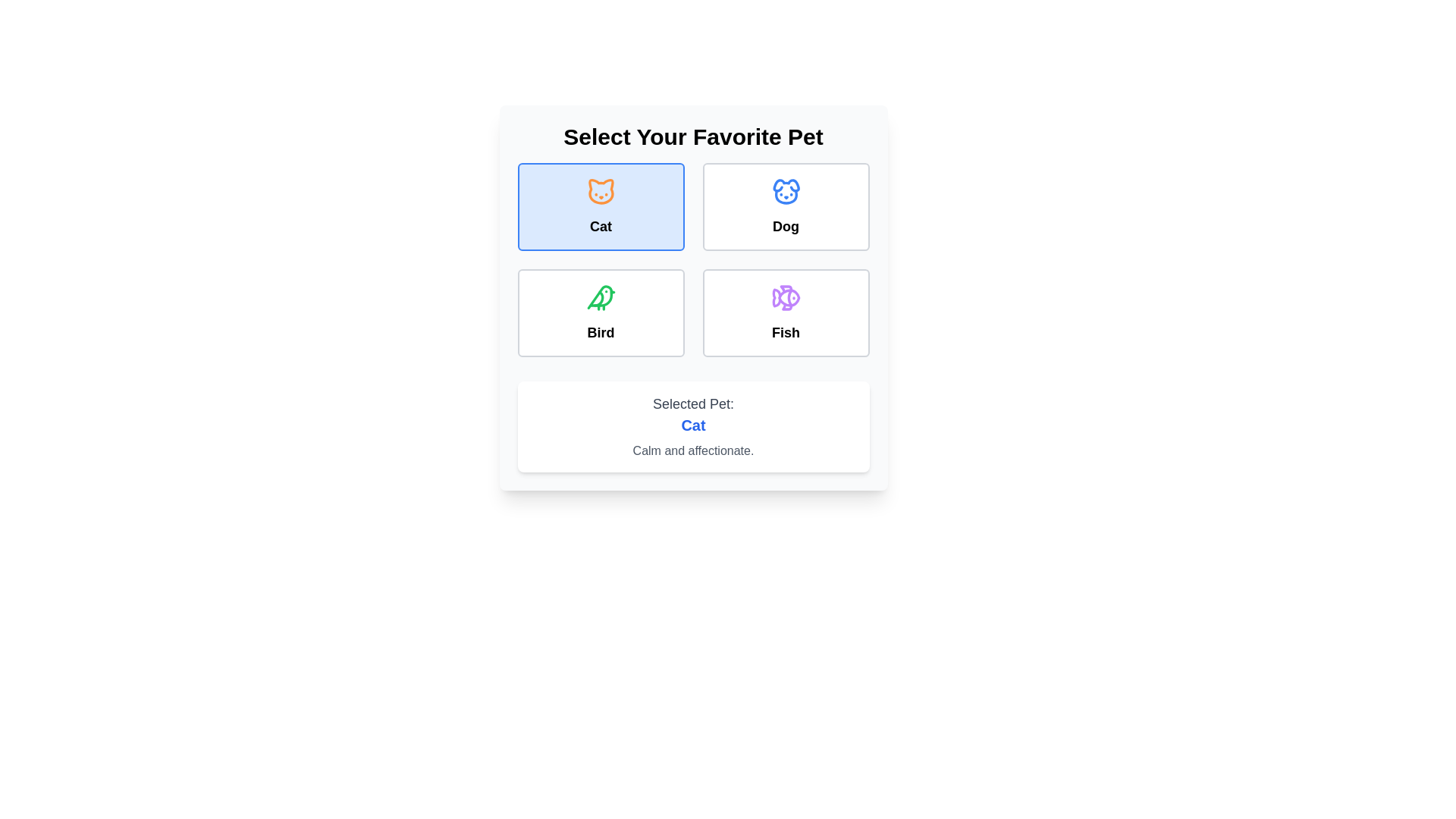 This screenshot has width=1456, height=819. Describe the element at coordinates (600, 190) in the screenshot. I see `the decorative 'Cat' icon in the top-left button of the selection grid for choosing a favorite pet` at that location.